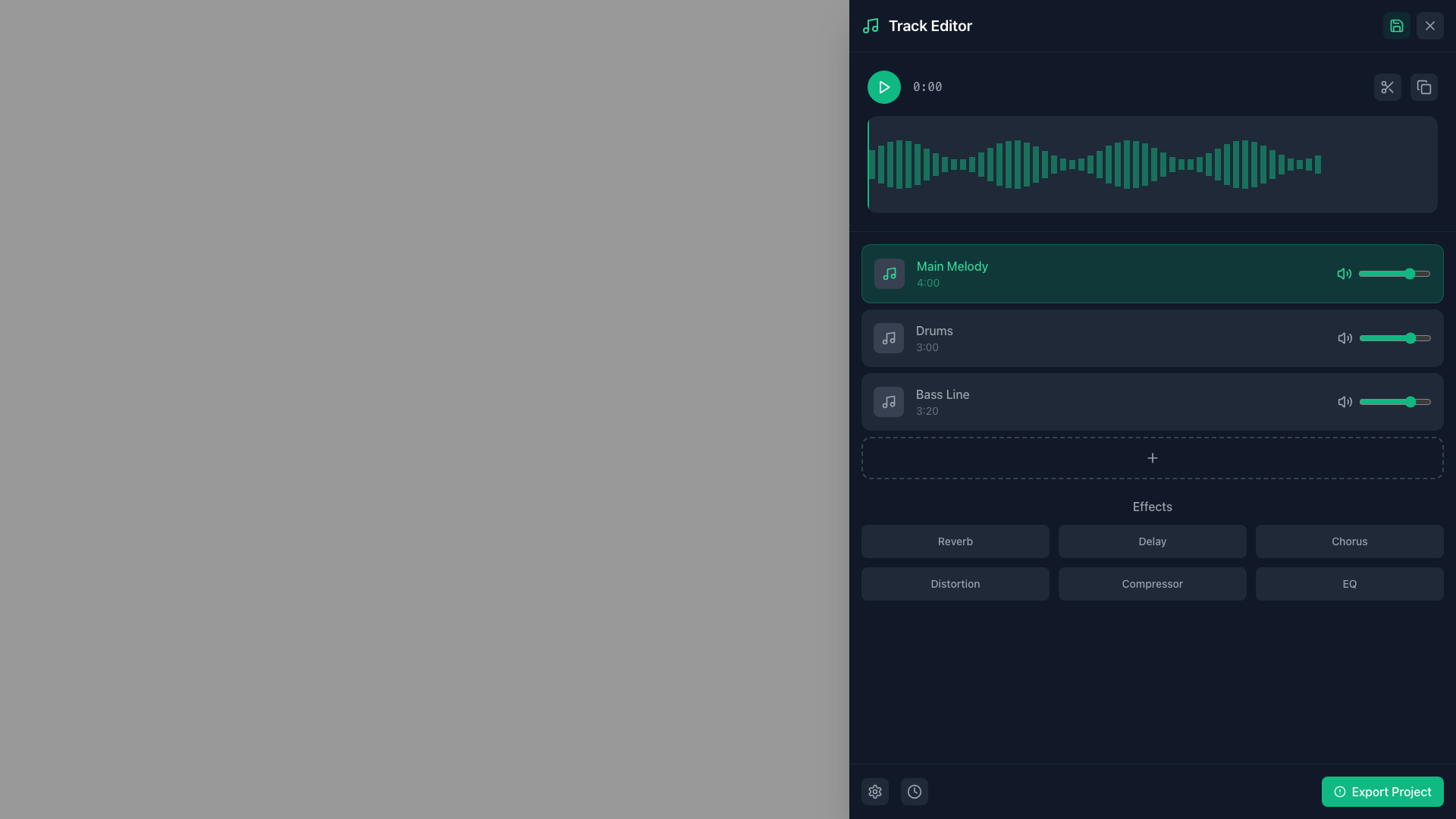 The height and width of the screenshot is (819, 1456). Describe the element at coordinates (890, 164) in the screenshot. I see `the third bar from the left in the waveform display that visually indicates sound intensity at its corresponding position in time` at that location.